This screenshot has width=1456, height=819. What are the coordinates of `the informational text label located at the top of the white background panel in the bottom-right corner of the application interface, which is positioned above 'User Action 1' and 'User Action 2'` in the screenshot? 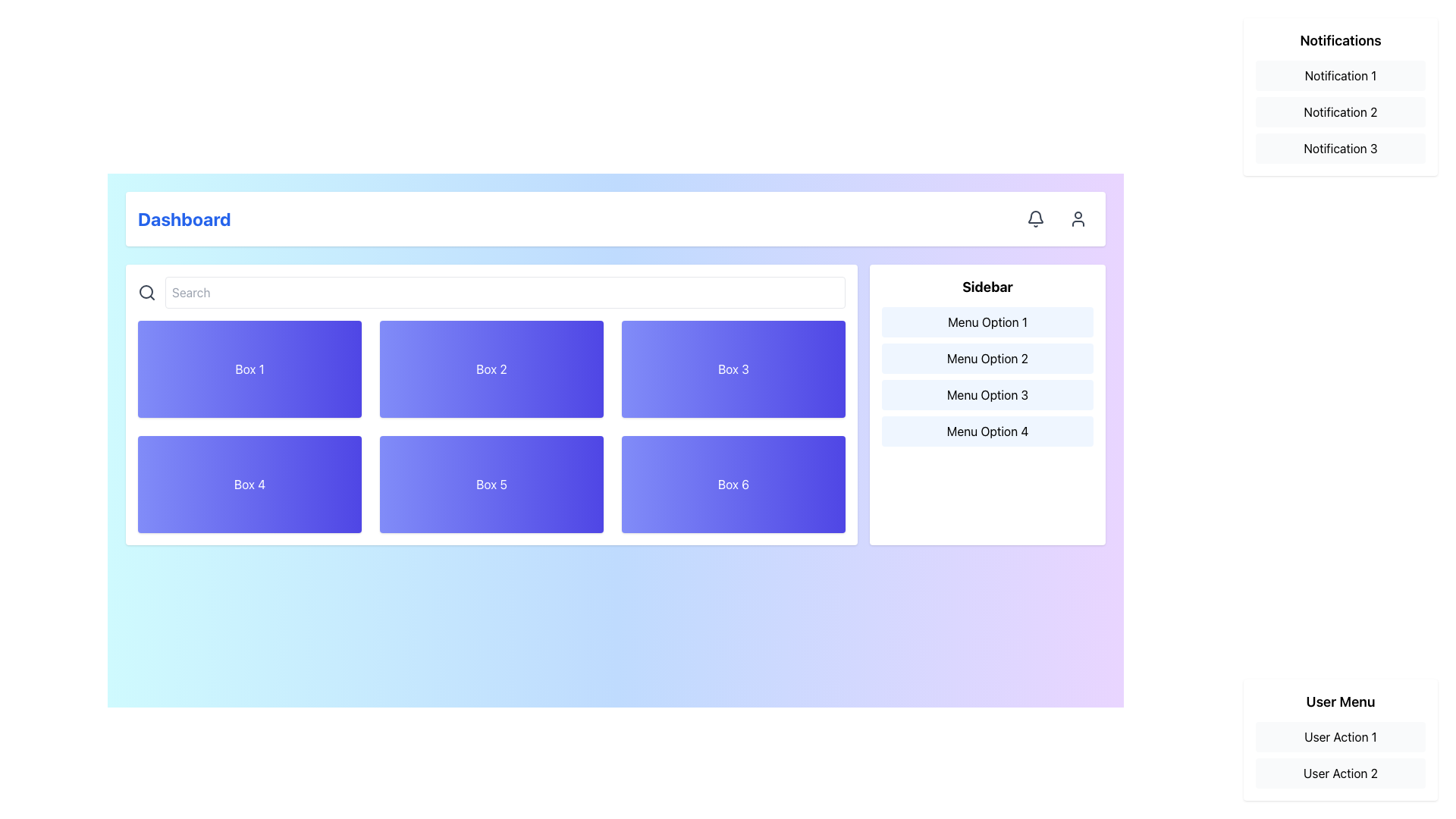 It's located at (1340, 701).